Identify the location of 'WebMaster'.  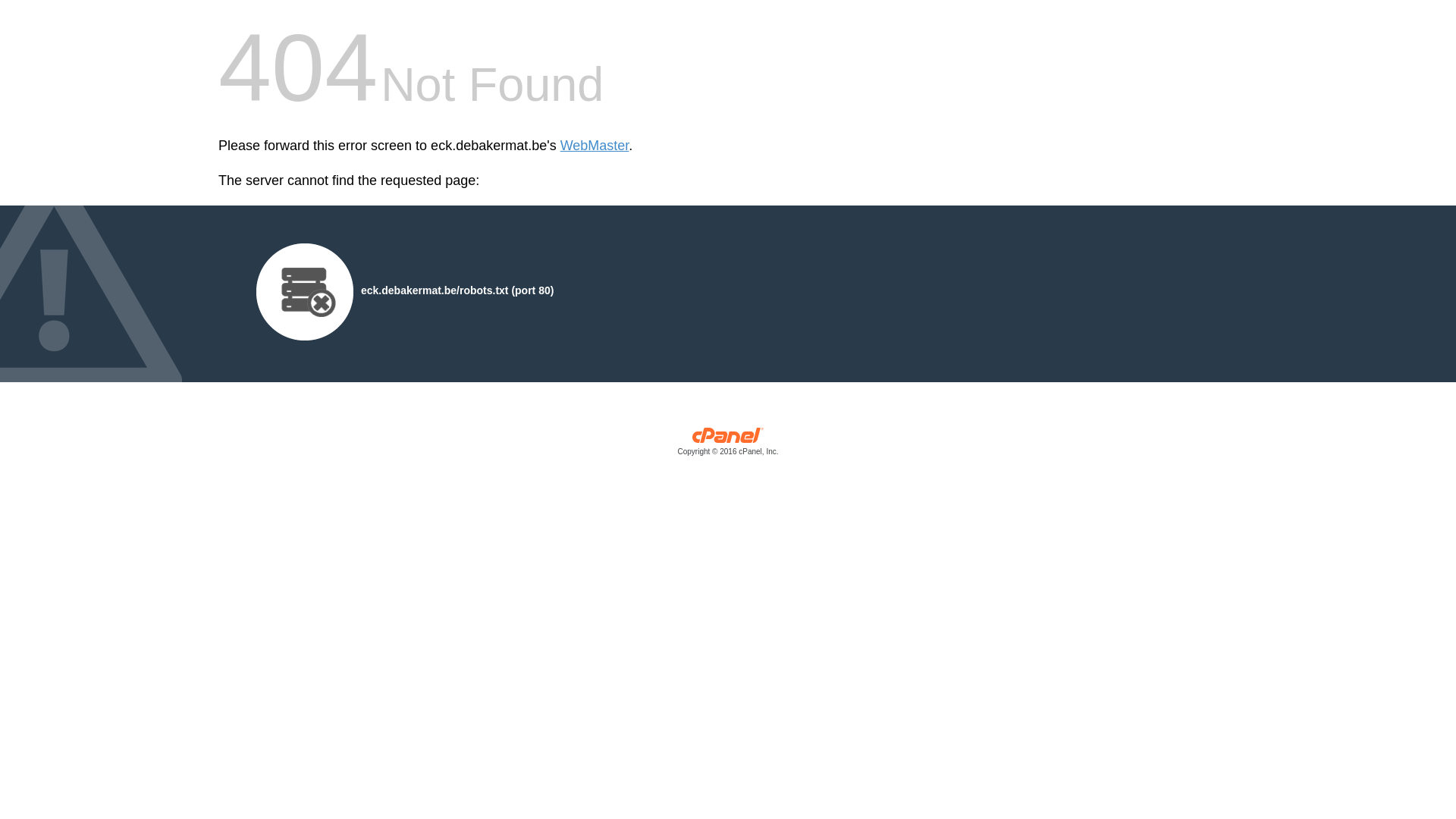
(594, 146).